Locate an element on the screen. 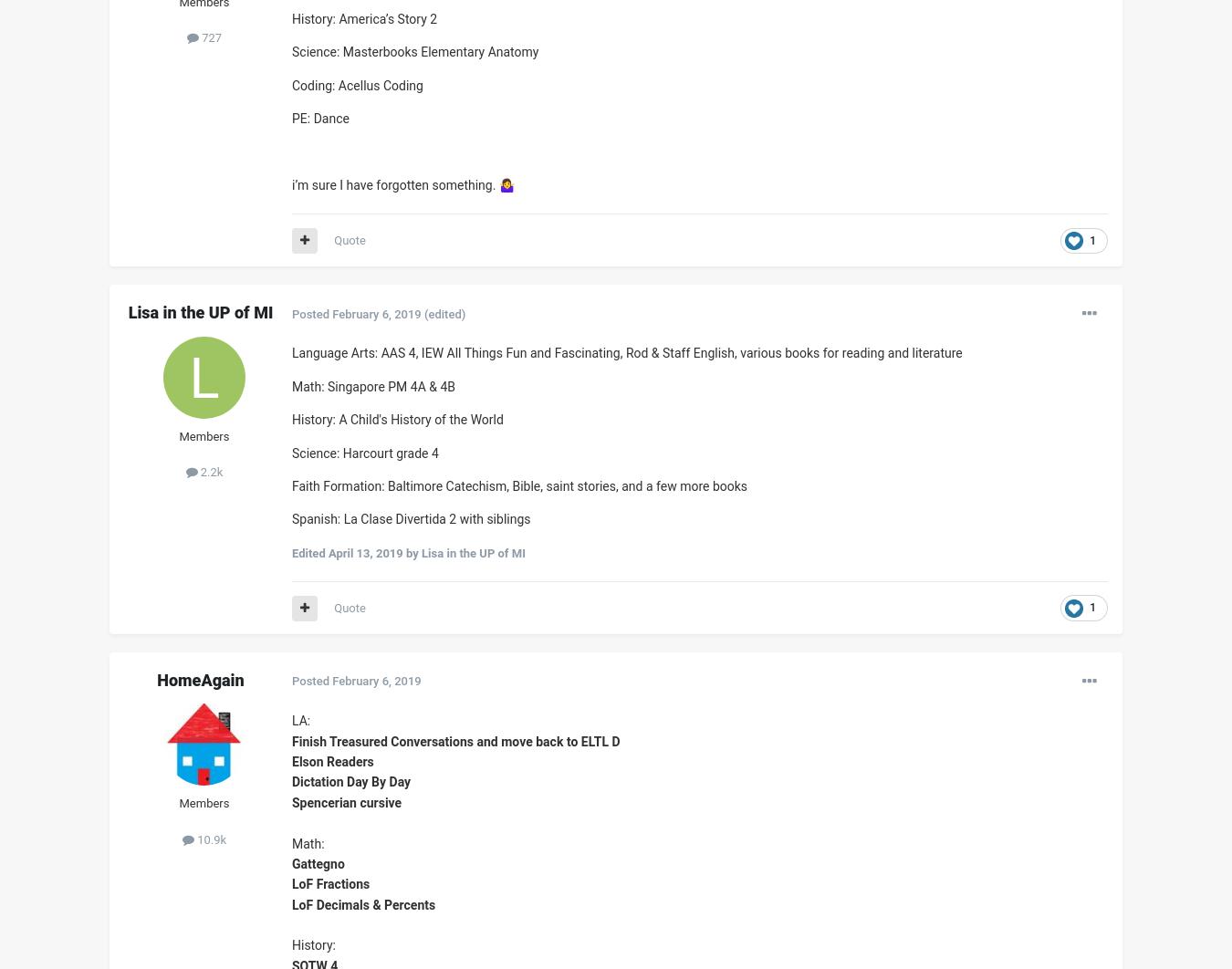  'LA:' is located at coordinates (290, 721).